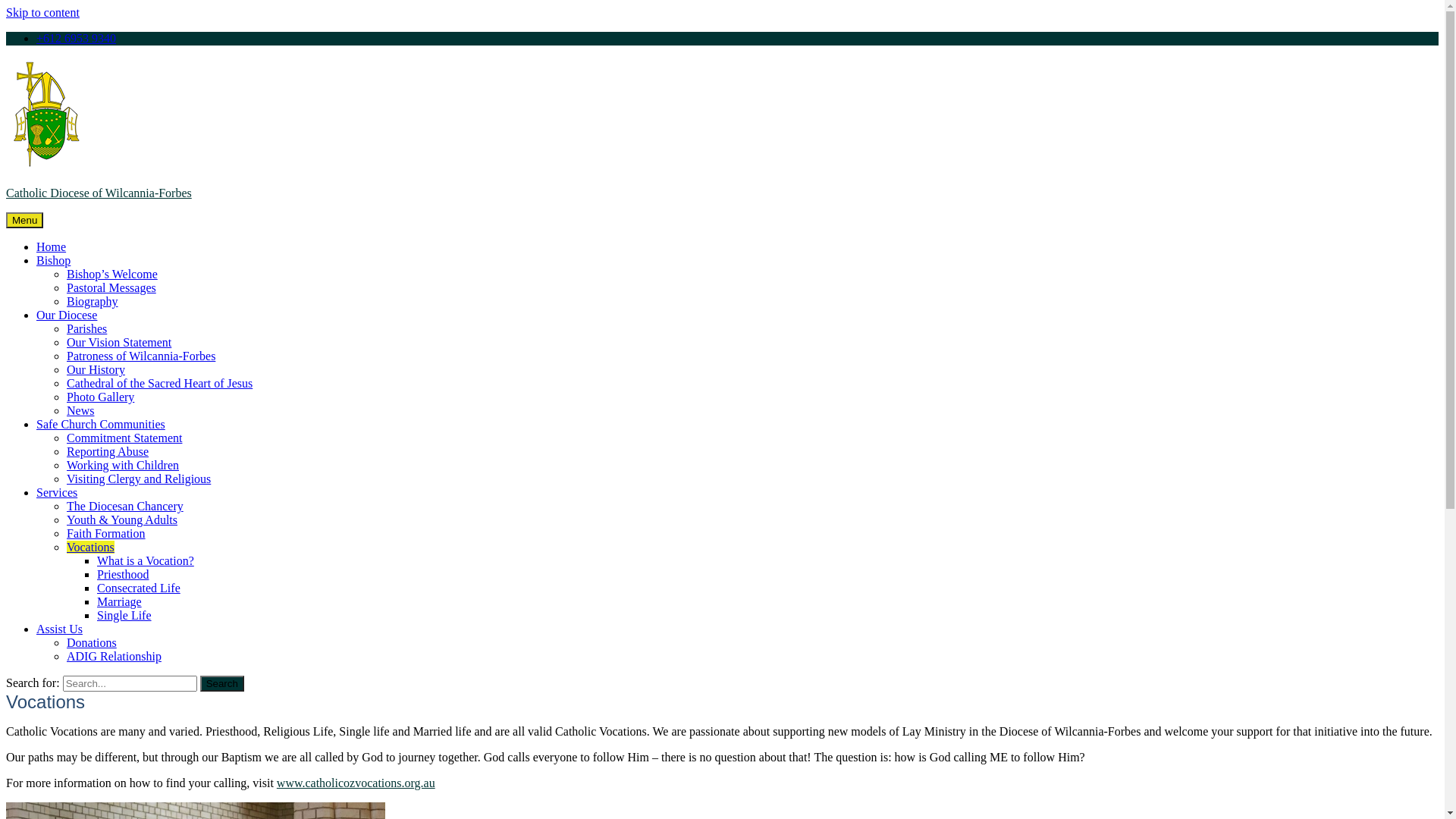  What do you see at coordinates (138, 587) in the screenshot?
I see `'Consecrated Life'` at bounding box center [138, 587].